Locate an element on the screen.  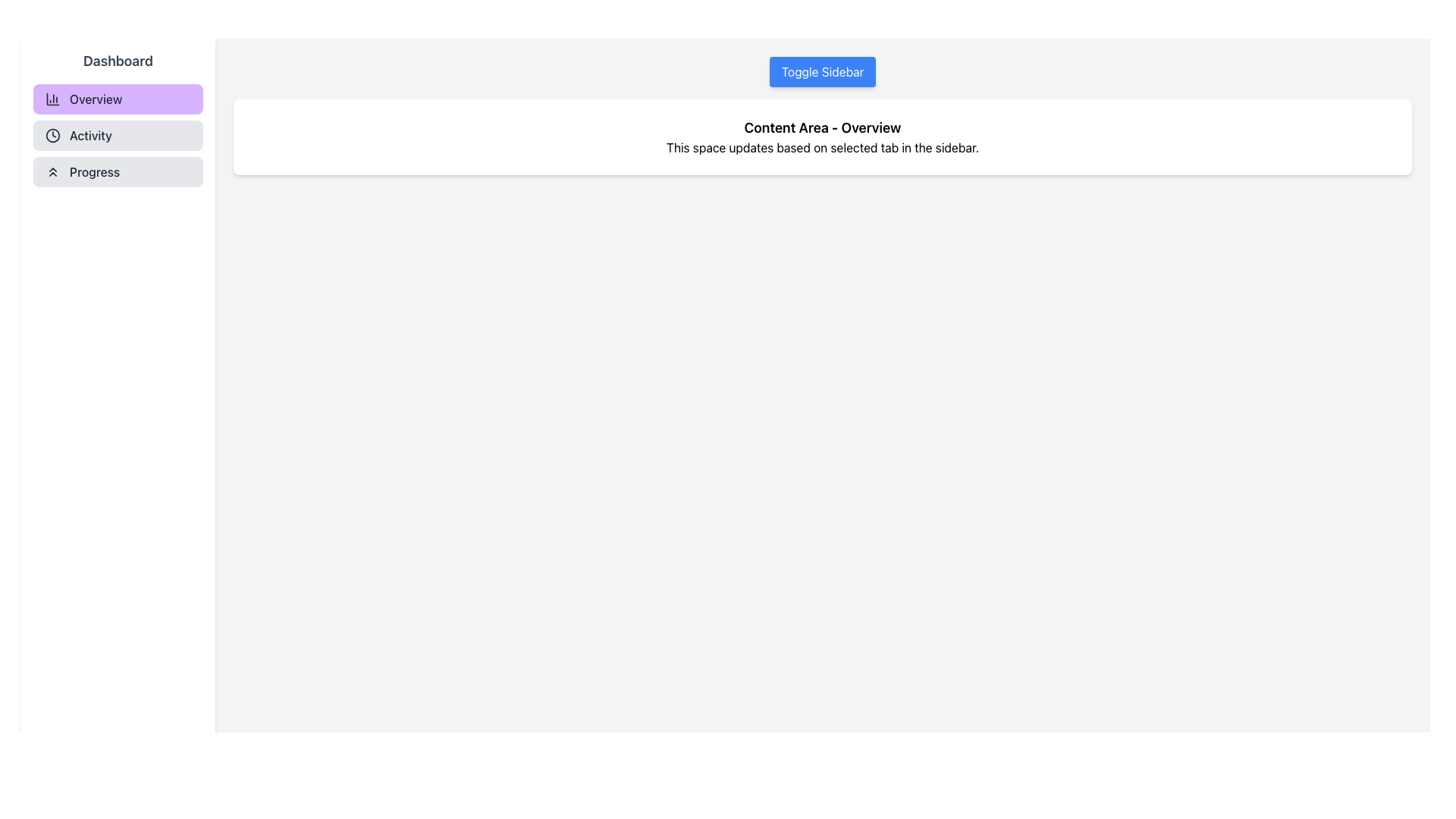
the SVG circle element resembling a clock face located in the 'Activity' section of the dashboard is located at coordinates (53, 134).